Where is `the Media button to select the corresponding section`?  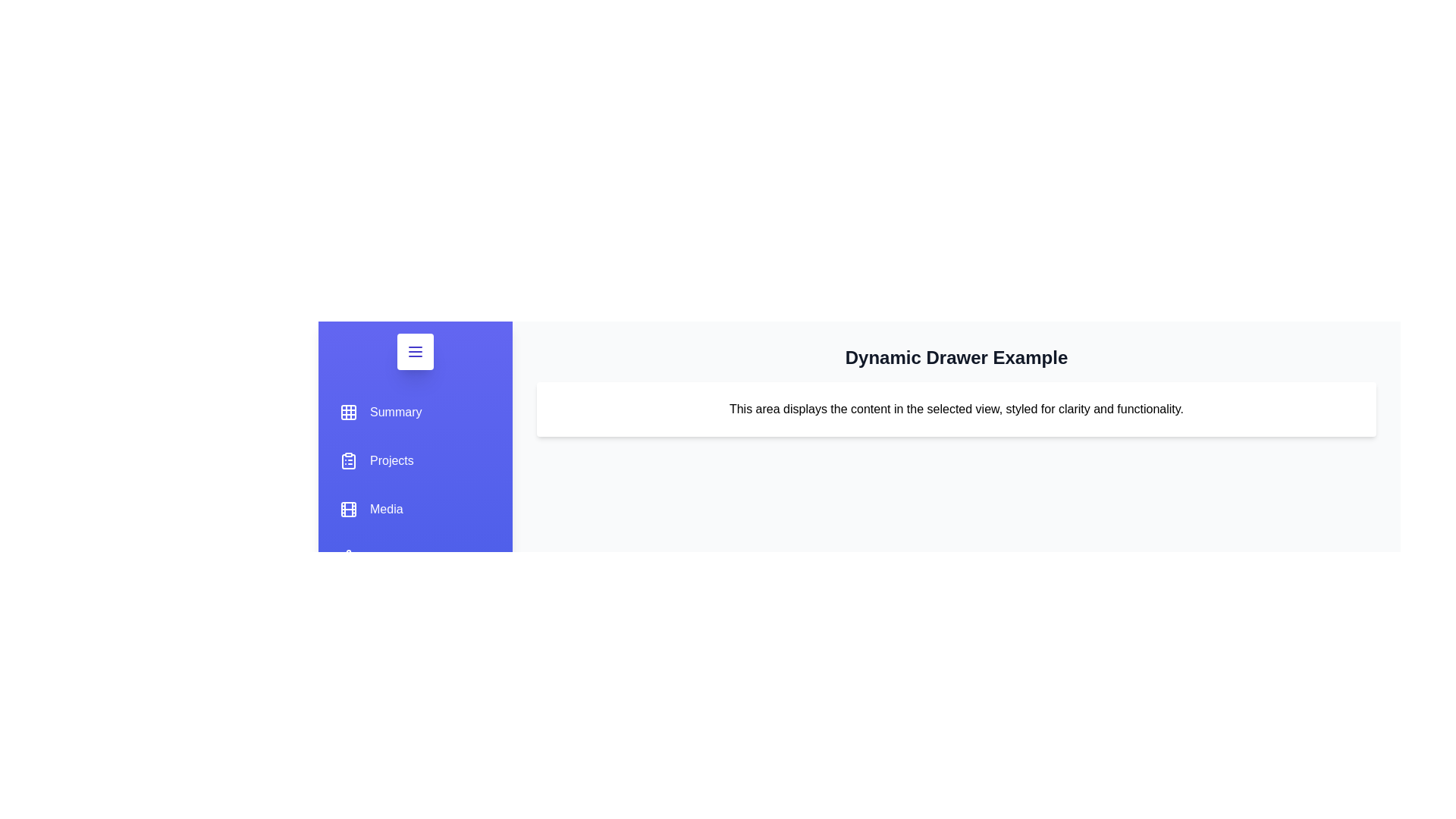
the Media button to select the corresponding section is located at coordinates (371, 509).